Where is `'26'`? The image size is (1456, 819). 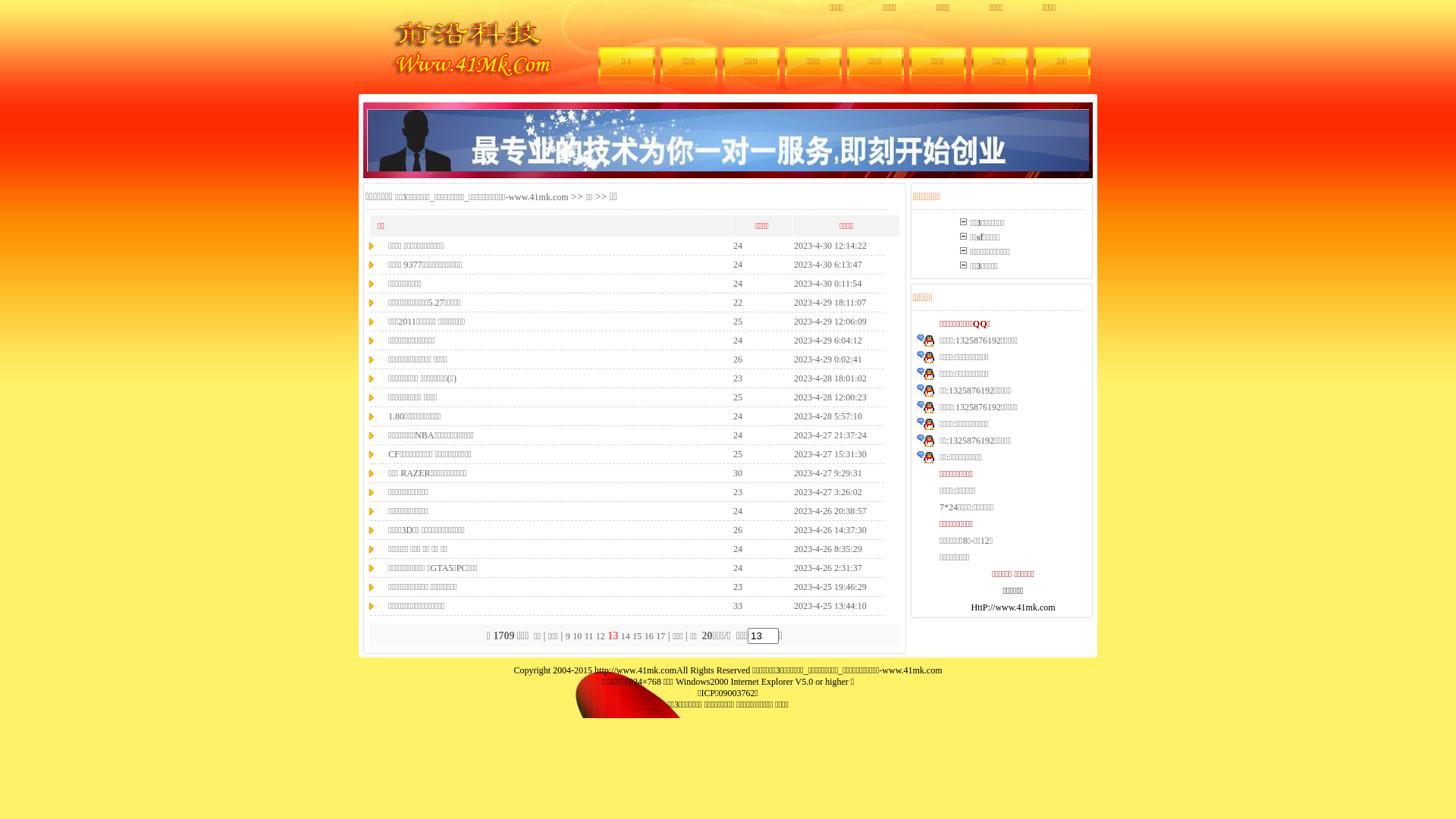 '26' is located at coordinates (738, 359).